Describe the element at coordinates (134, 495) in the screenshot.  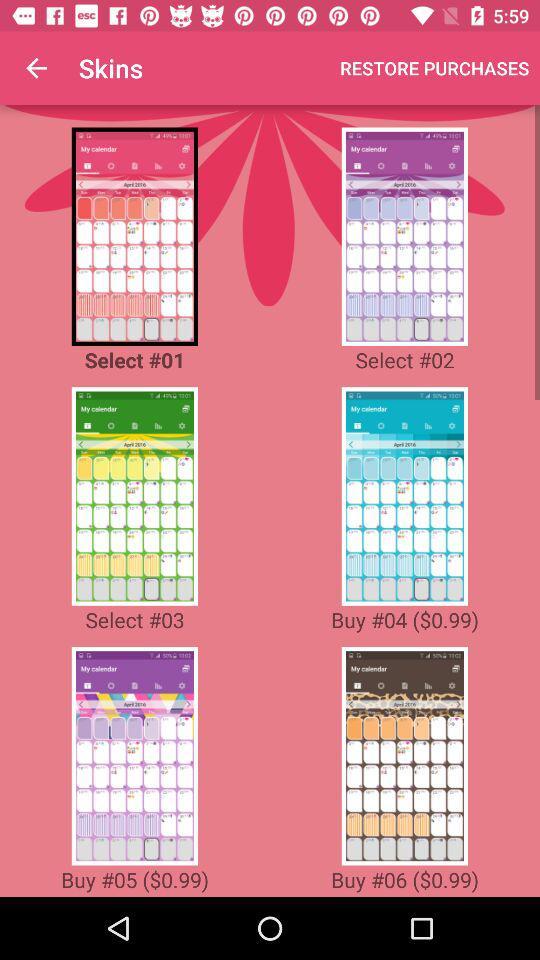
I see `the skin selections page` at that location.